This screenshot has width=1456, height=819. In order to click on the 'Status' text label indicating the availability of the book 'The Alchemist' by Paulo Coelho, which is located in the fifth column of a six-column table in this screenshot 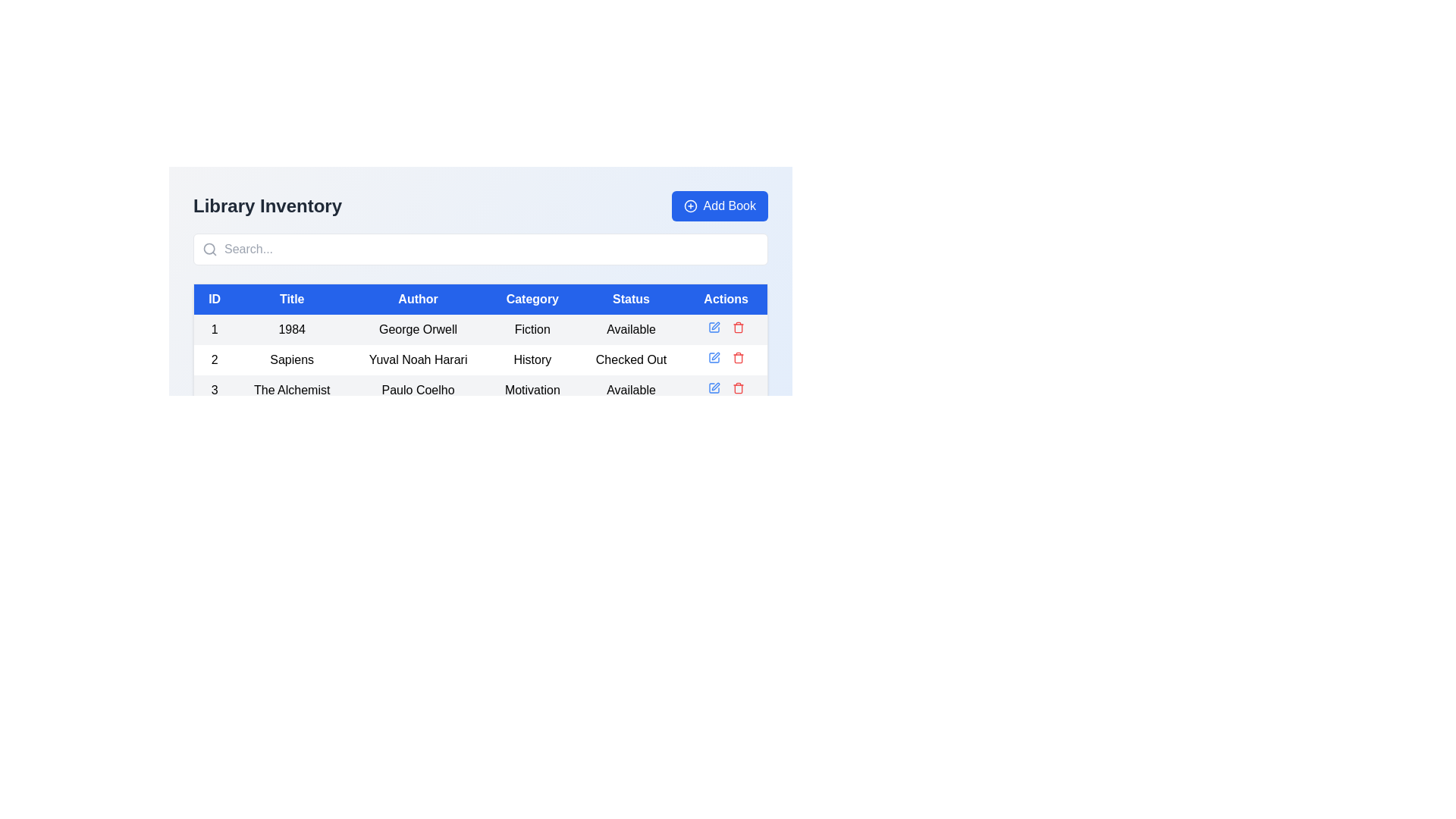, I will do `click(631, 390)`.